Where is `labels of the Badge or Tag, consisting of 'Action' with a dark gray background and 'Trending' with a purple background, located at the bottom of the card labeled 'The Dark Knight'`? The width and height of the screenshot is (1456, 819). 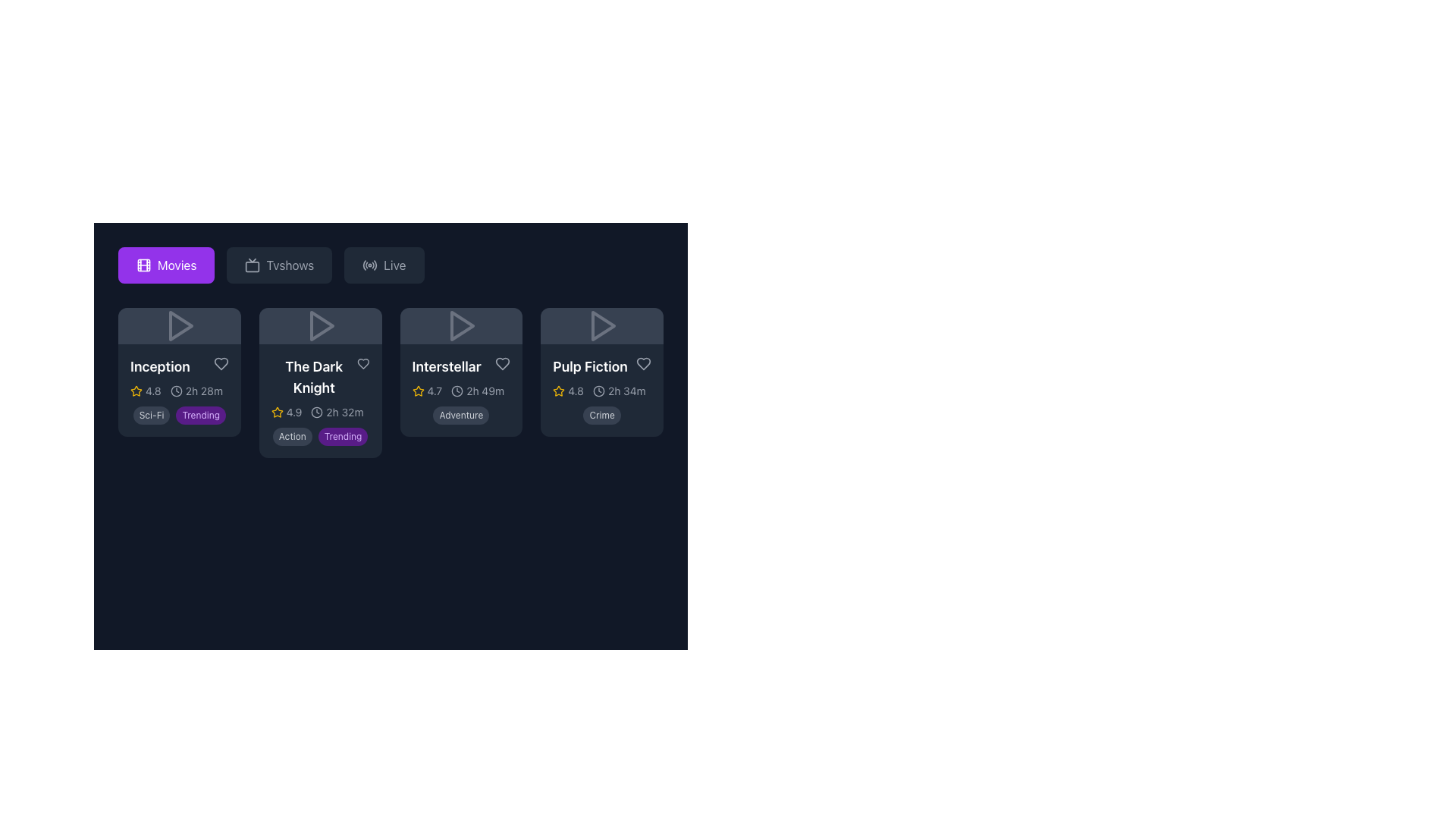 labels of the Badge or Tag, consisting of 'Action' with a dark gray background and 'Trending' with a purple background, located at the bottom of the card labeled 'The Dark Knight' is located at coordinates (319, 435).